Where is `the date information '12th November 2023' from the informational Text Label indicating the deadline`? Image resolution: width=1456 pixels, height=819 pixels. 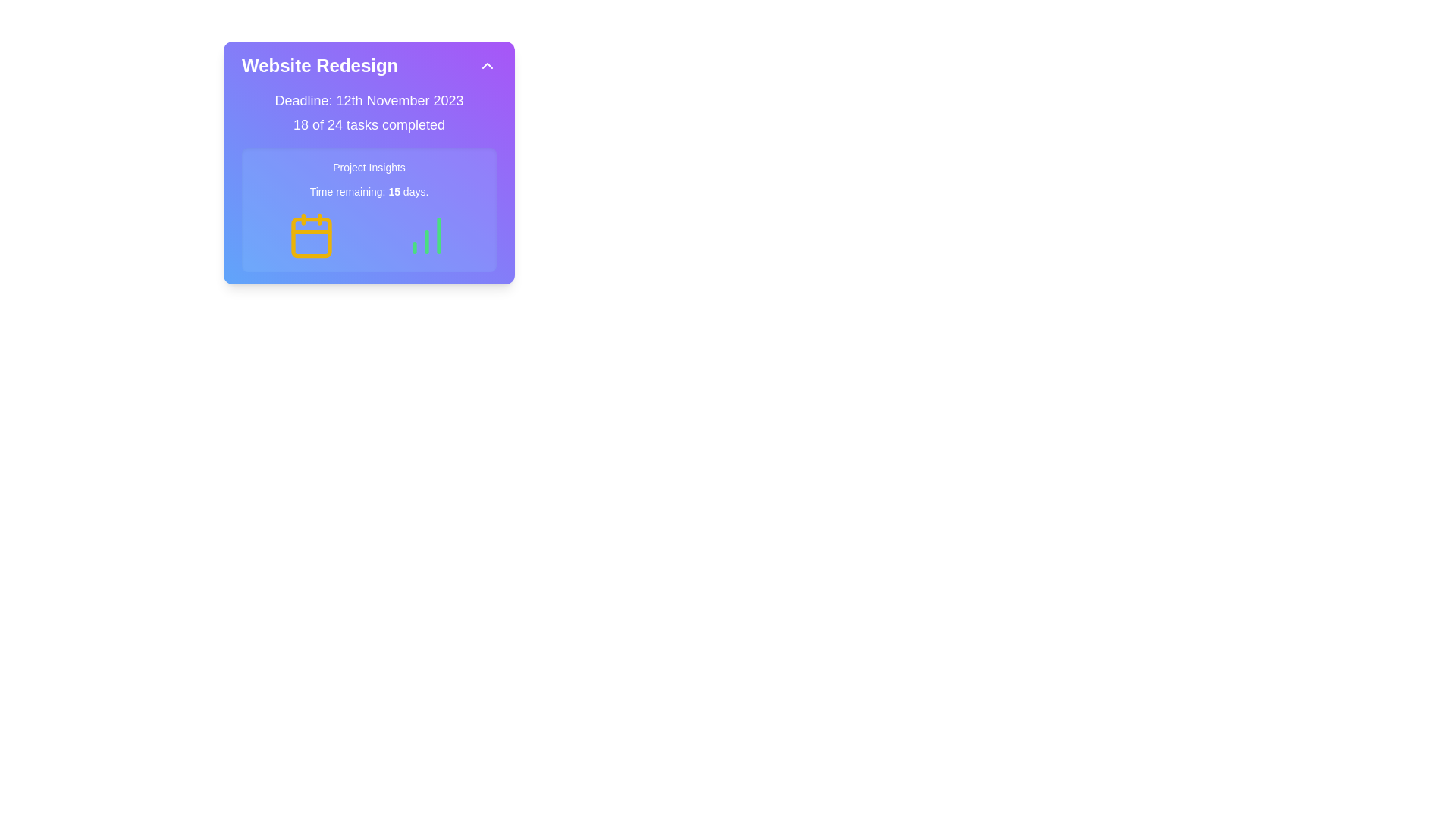
the date information '12th November 2023' from the informational Text Label indicating the deadline is located at coordinates (400, 100).